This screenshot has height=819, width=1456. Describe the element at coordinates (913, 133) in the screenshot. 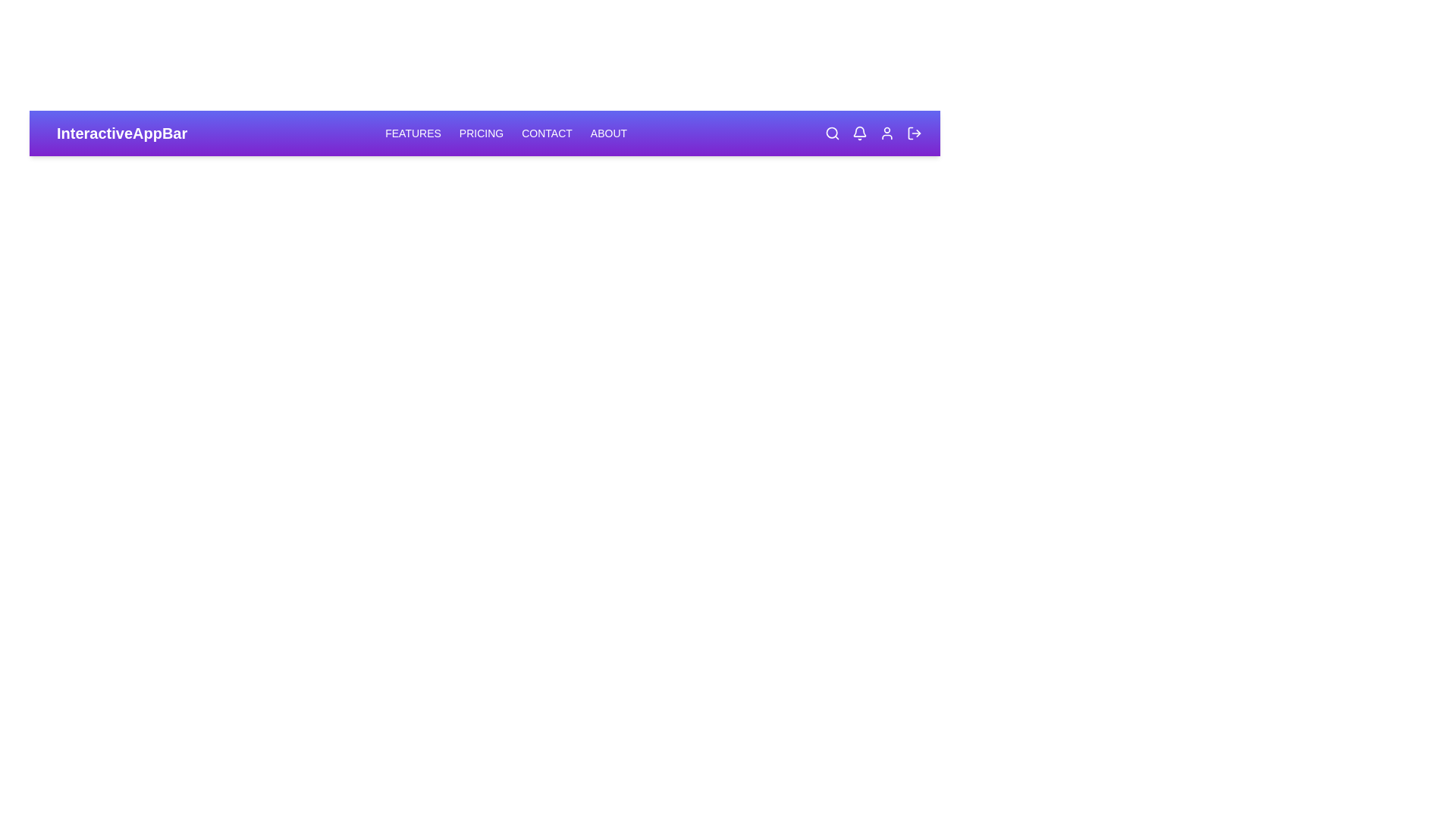

I see `the 'LogOut' icon to log out` at that location.